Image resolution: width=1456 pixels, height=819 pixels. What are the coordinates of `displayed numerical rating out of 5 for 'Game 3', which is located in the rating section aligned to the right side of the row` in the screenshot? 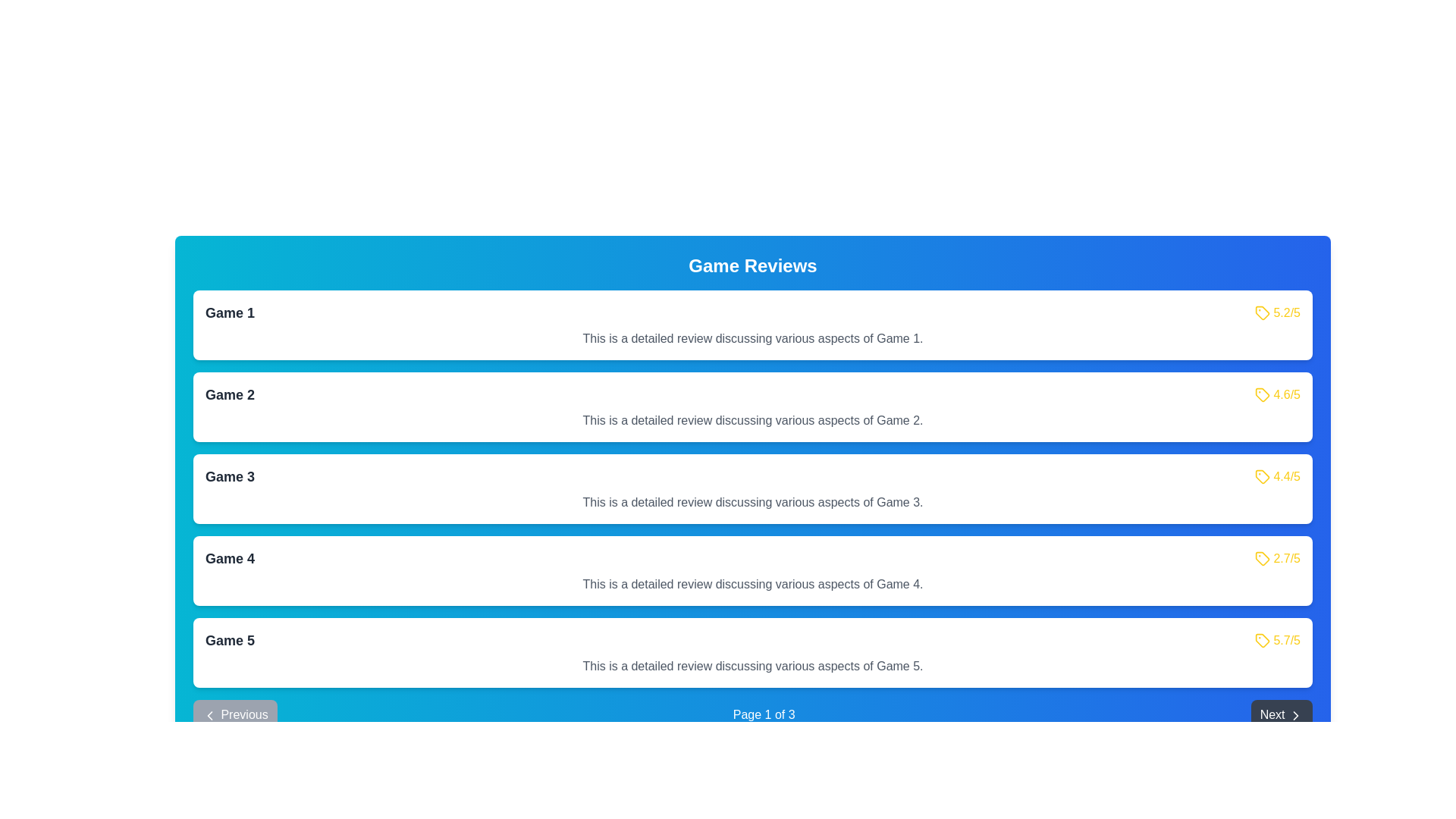 It's located at (1286, 475).